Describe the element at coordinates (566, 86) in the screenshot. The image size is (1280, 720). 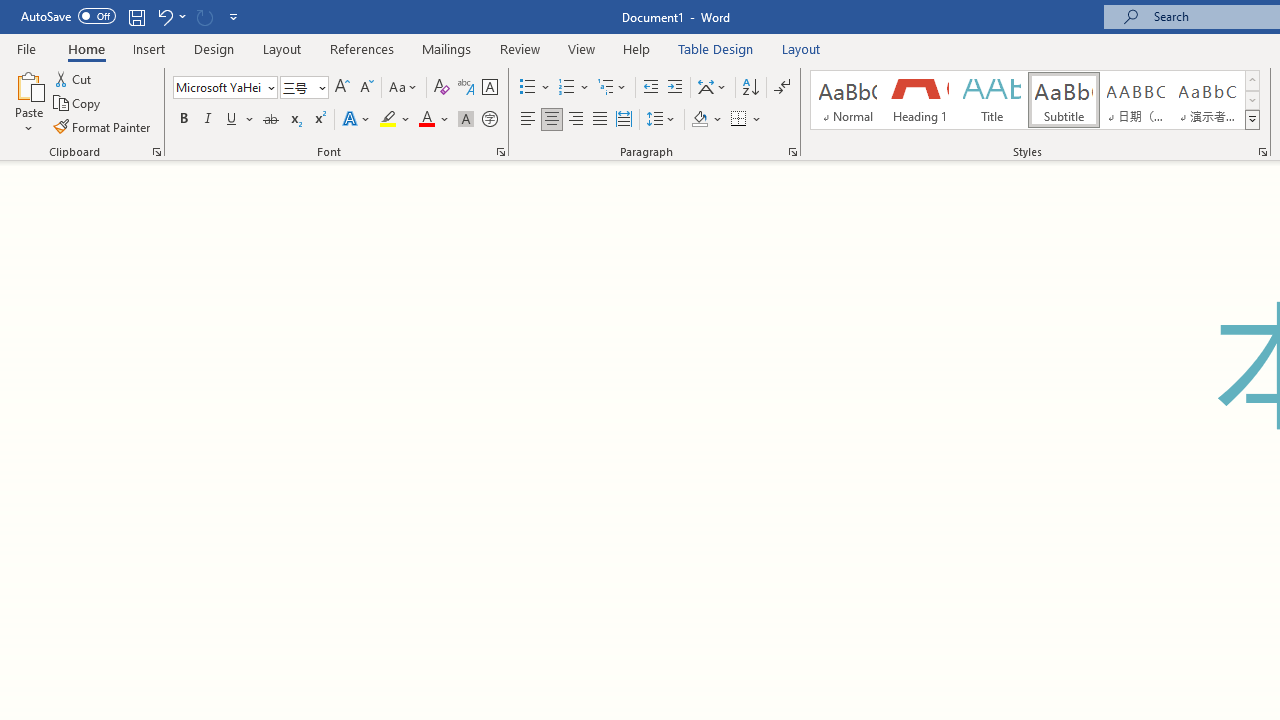
I see `'Numbering'` at that location.